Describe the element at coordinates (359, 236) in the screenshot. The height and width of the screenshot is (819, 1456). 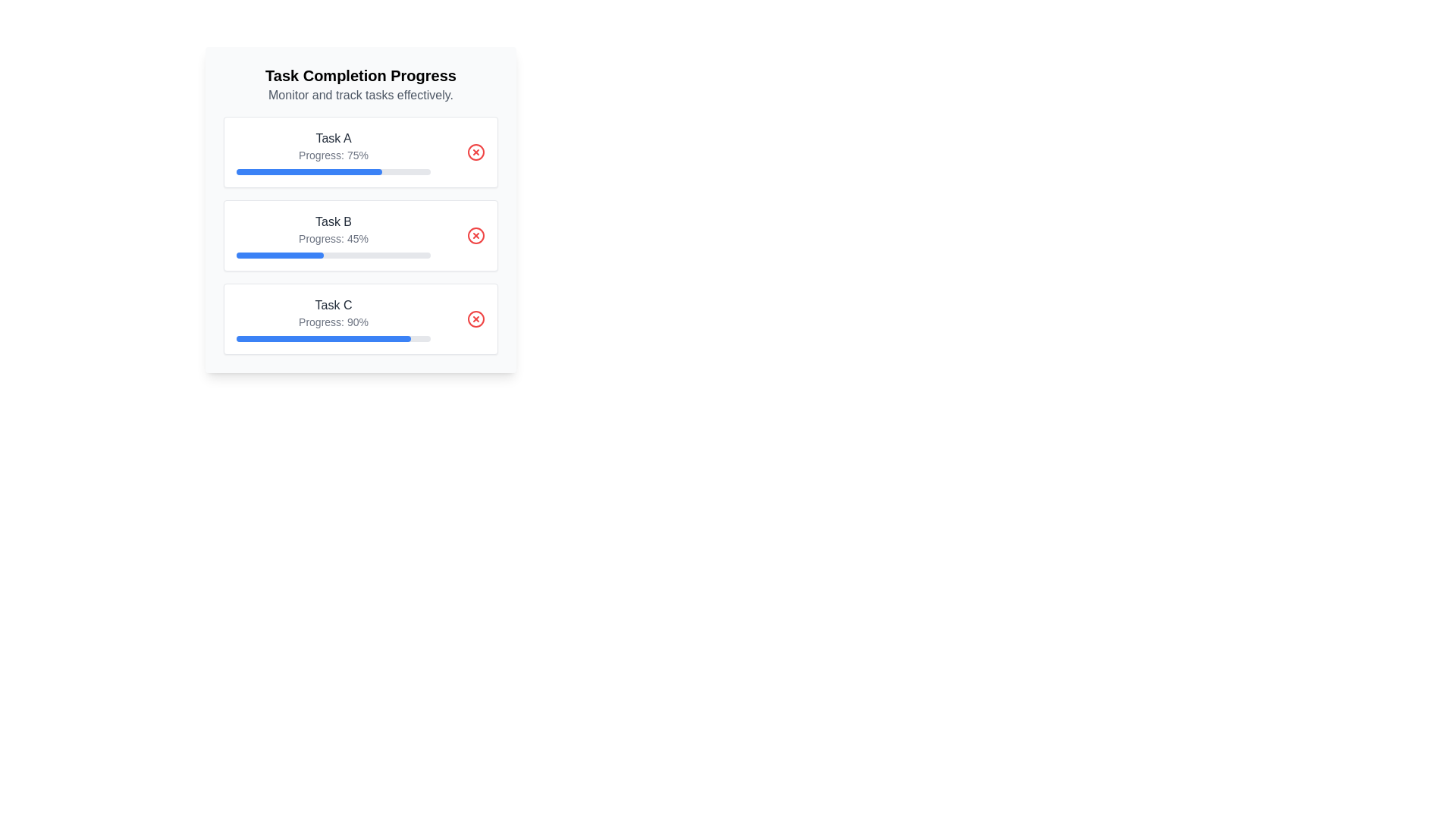
I see `the second task card named 'Task B'` at that location.